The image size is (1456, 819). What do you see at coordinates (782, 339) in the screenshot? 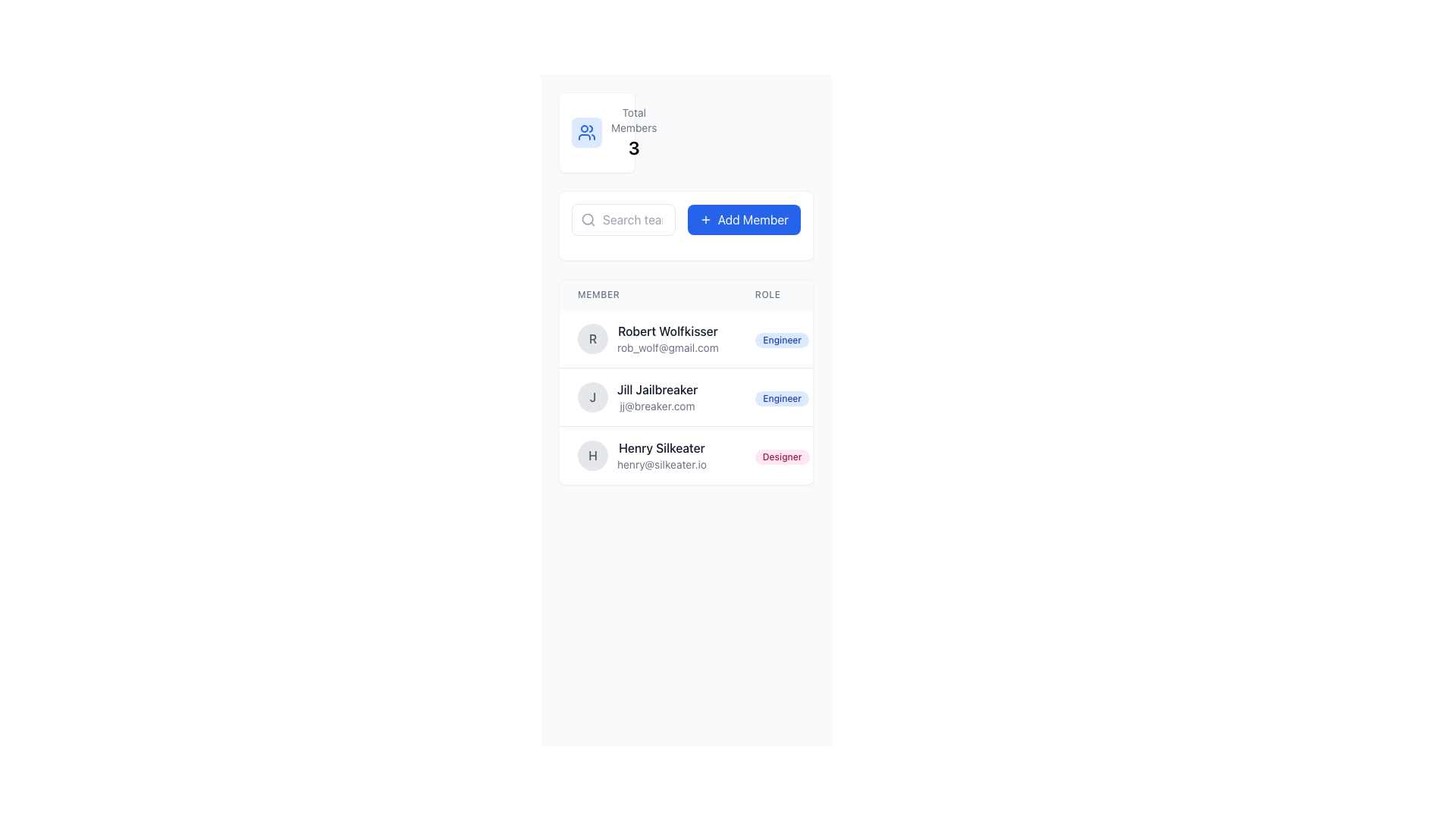
I see `the label displaying 'Engineer', which is a pill-shaped badge with a light blue background located in the 'ROLE' column of the first row in the member list, next to 'Robert Wolfkisser'` at bounding box center [782, 339].